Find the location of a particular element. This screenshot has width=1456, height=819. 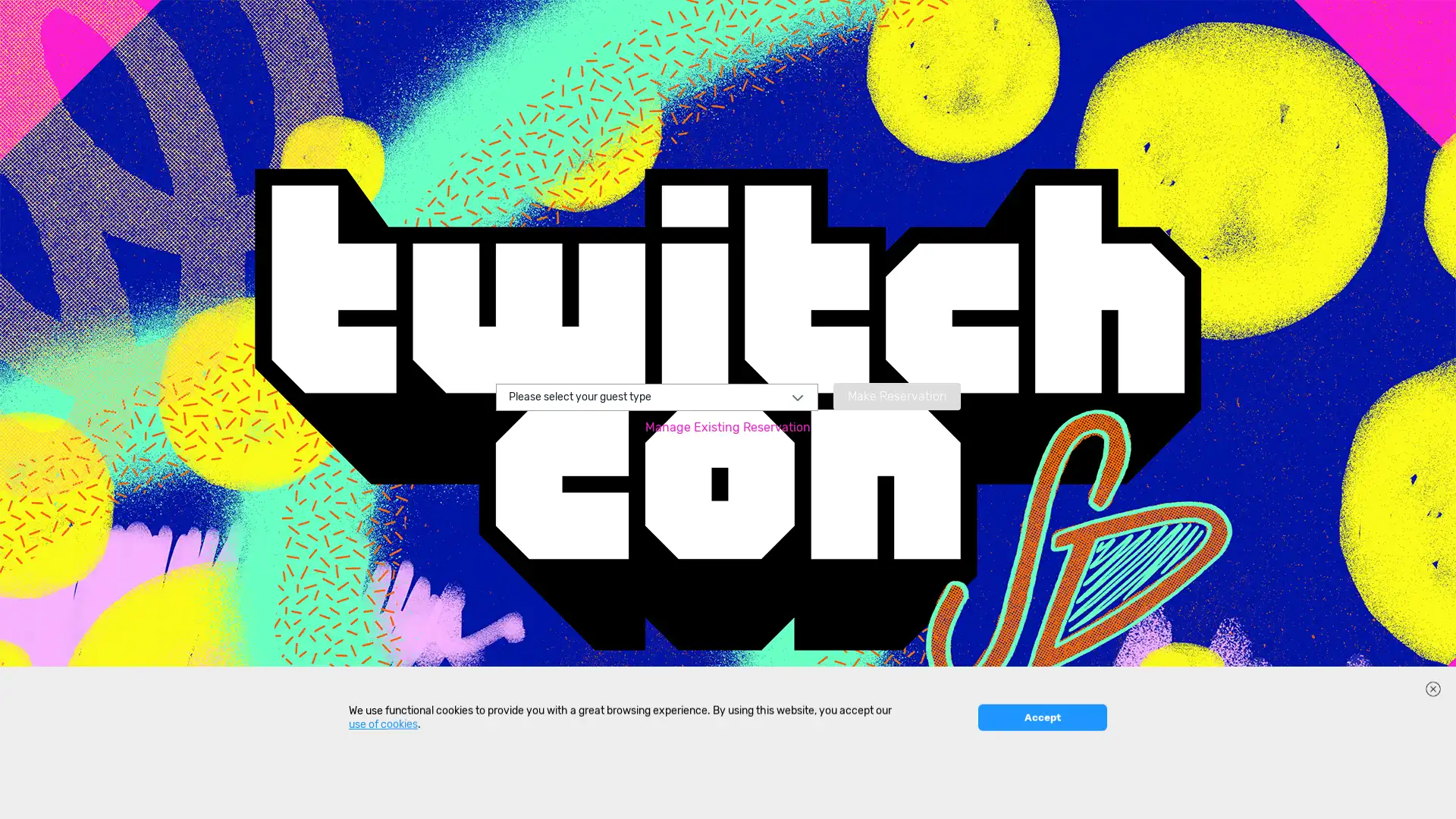

Accept is located at coordinates (1041, 796).